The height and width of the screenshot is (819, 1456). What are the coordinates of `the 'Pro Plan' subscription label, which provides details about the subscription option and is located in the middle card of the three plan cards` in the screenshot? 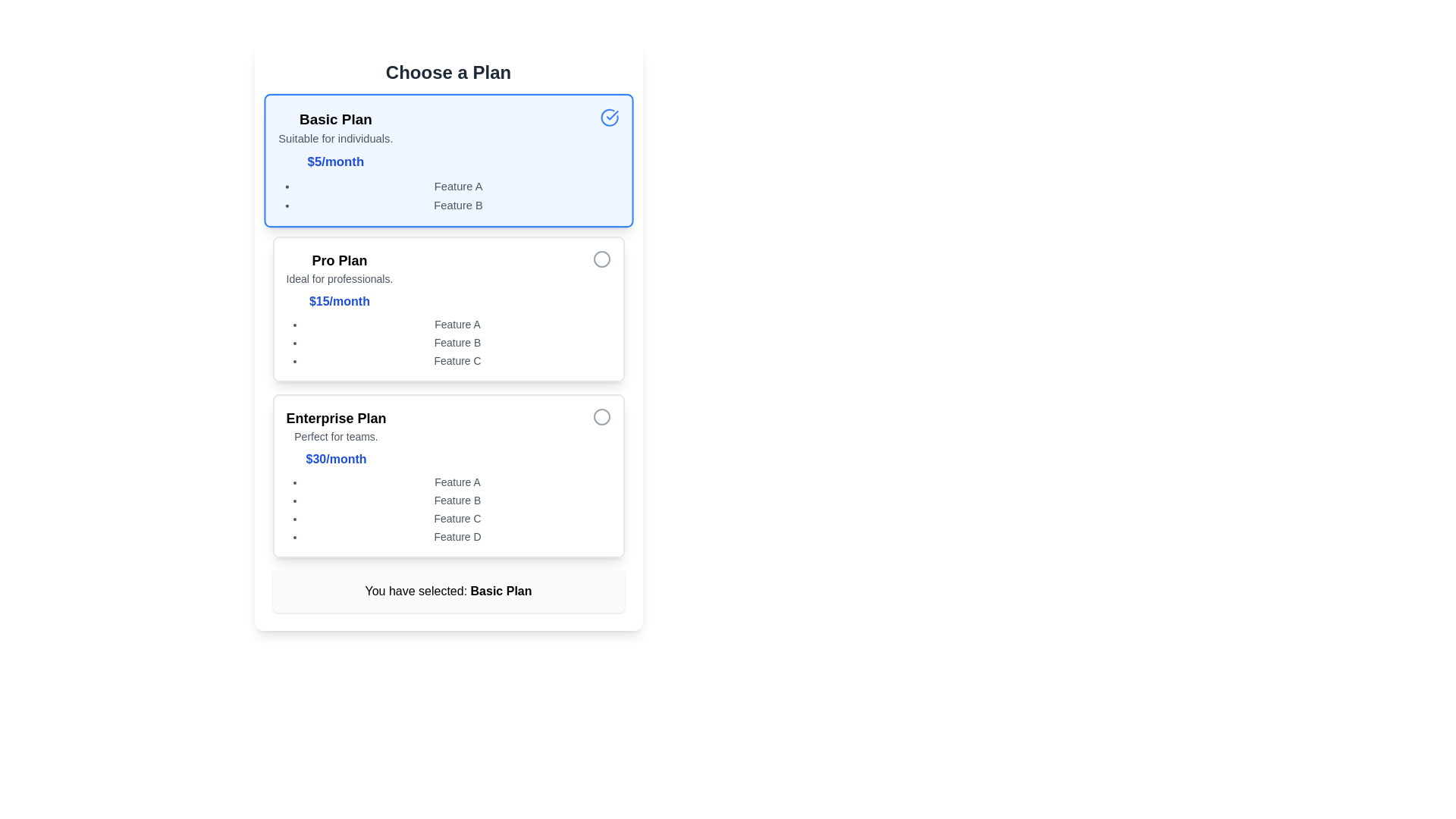 It's located at (338, 281).